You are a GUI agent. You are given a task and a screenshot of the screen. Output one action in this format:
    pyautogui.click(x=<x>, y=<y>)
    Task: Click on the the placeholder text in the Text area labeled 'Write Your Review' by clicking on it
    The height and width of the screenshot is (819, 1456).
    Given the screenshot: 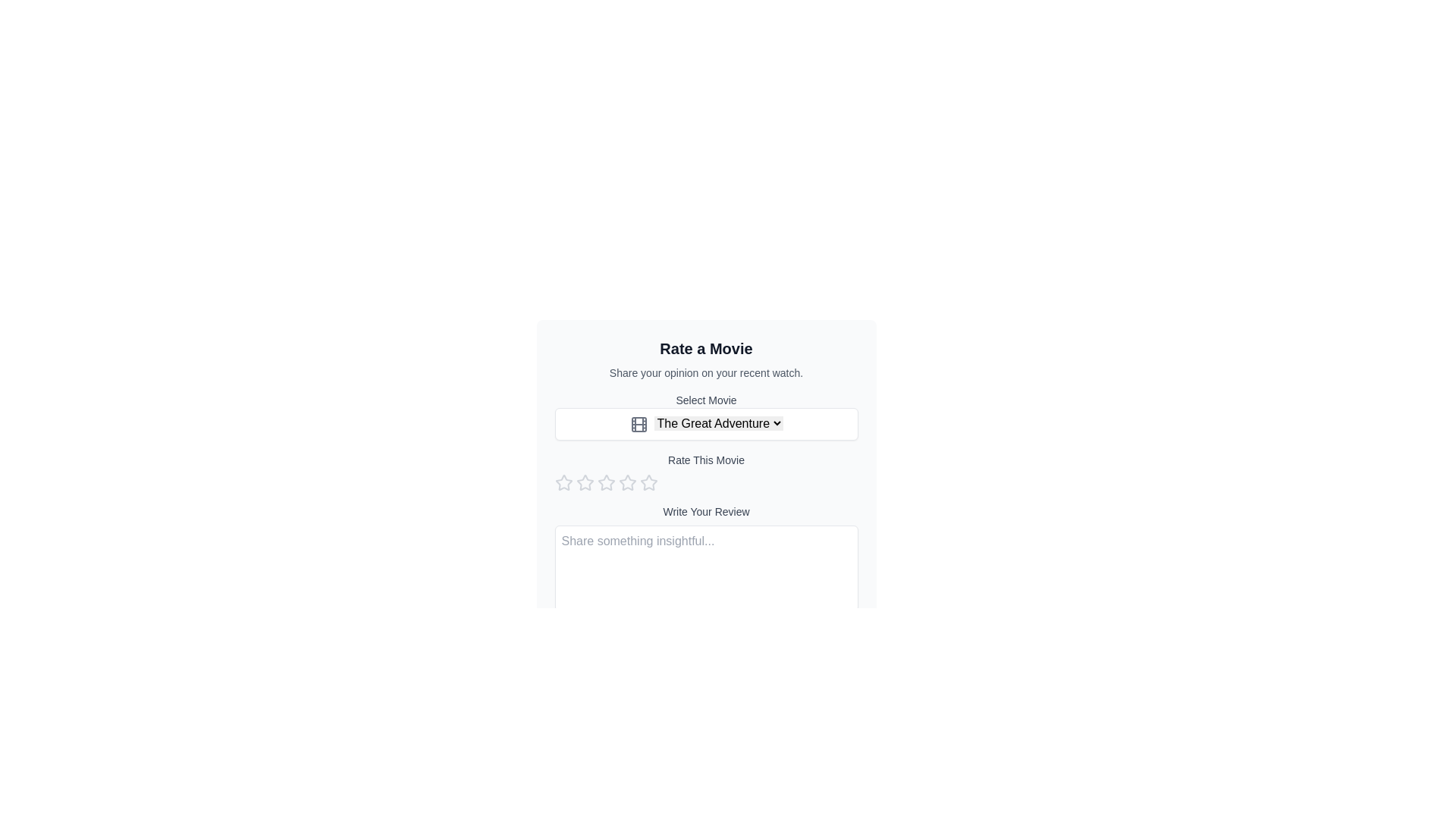 What is the action you would take?
    pyautogui.click(x=705, y=560)
    